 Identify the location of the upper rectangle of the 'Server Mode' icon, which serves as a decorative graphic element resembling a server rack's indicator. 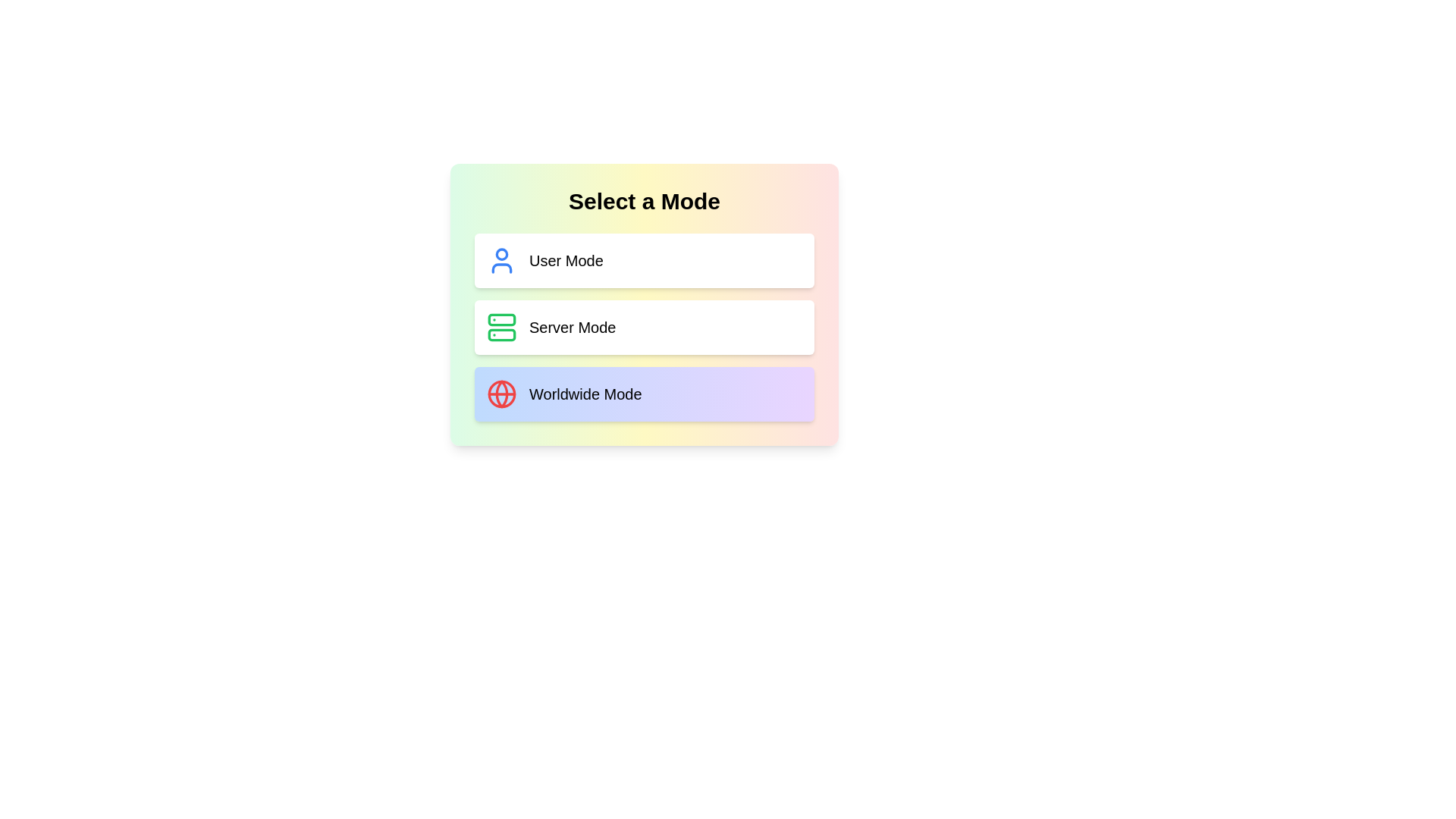
(502, 318).